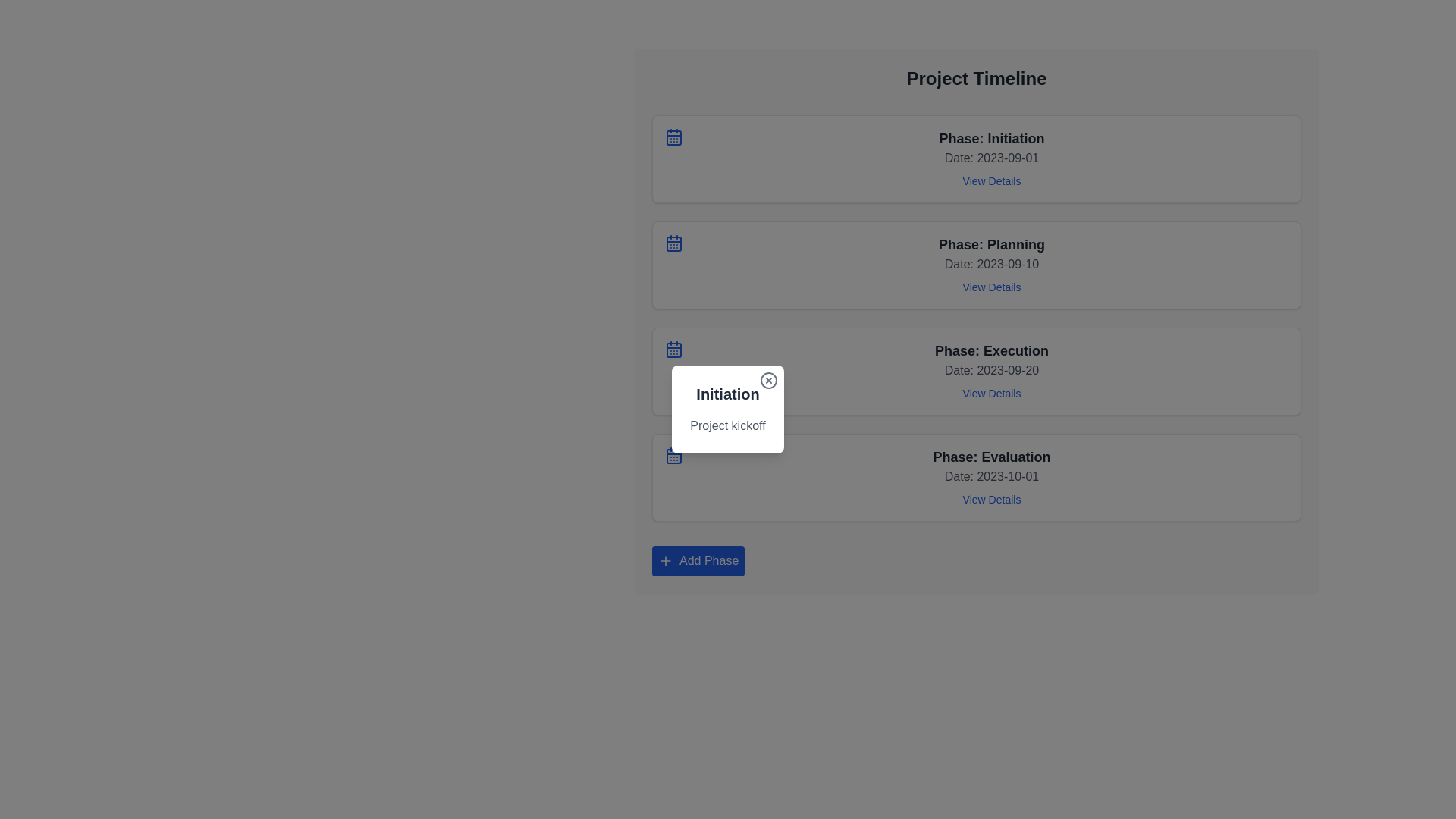 The width and height of the screenshot is (1456, 819). I want to click on the hyperlink located at the bottom of the 'Phase: Execution' block to underline the text, so click(992, 393).